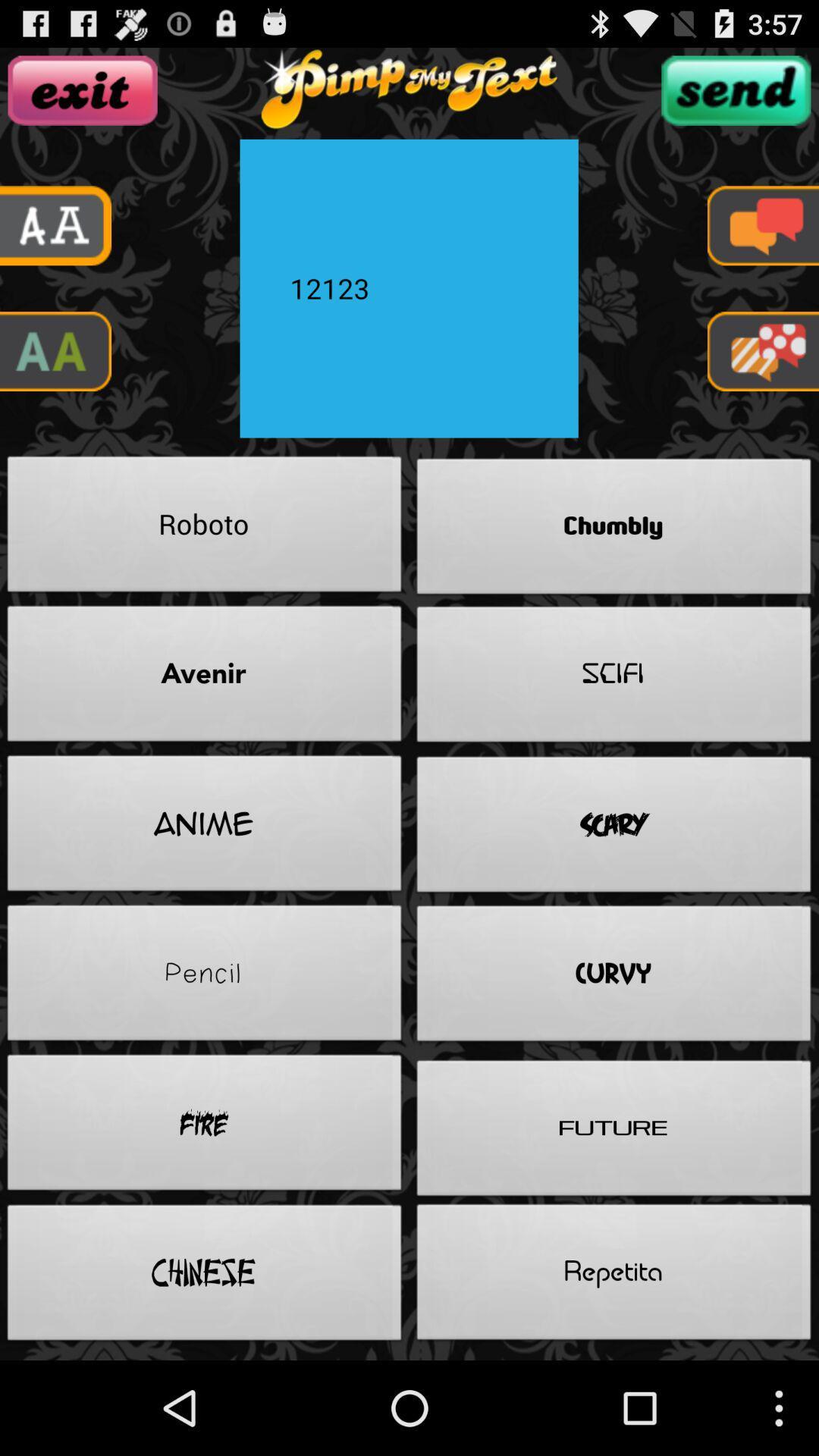 This screenshot has width=819, height=1456. What do you see at coordinates (763, 240) in the screenshot?
I see `the chat icon` at bounding box center [763, 240].